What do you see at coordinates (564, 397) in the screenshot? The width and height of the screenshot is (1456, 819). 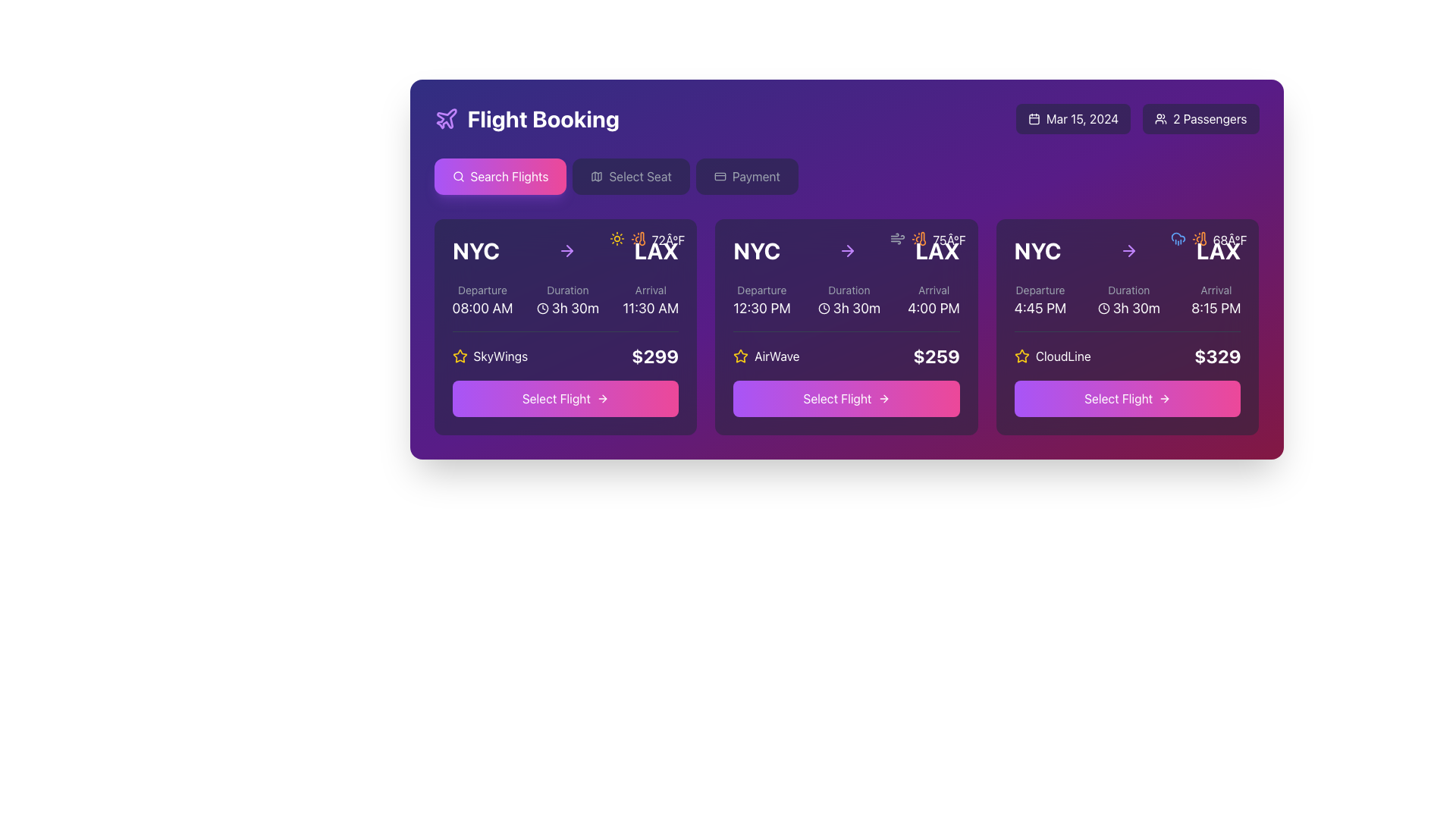 I see `the button located at the bottom of the leftmost flight card under the 'SkyWings' label` at bounding box center [564, 397].